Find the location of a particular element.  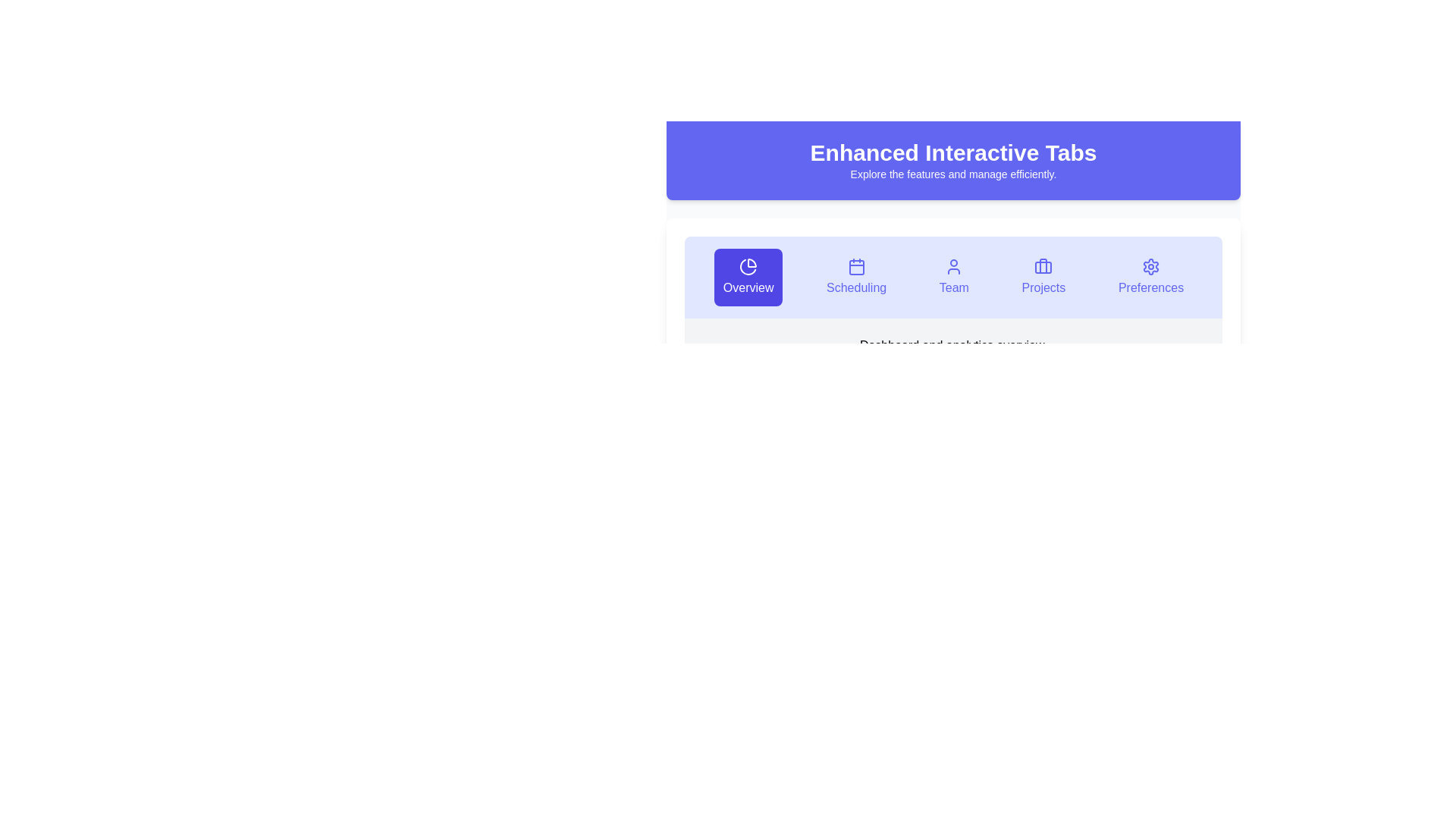

the Informational text section located below the interactive tabs labeled 'Overview,' 'Scheduling,' 'Team,' etc., which provide a summary or description relevant to the interface is located at coordinates (952, 345).